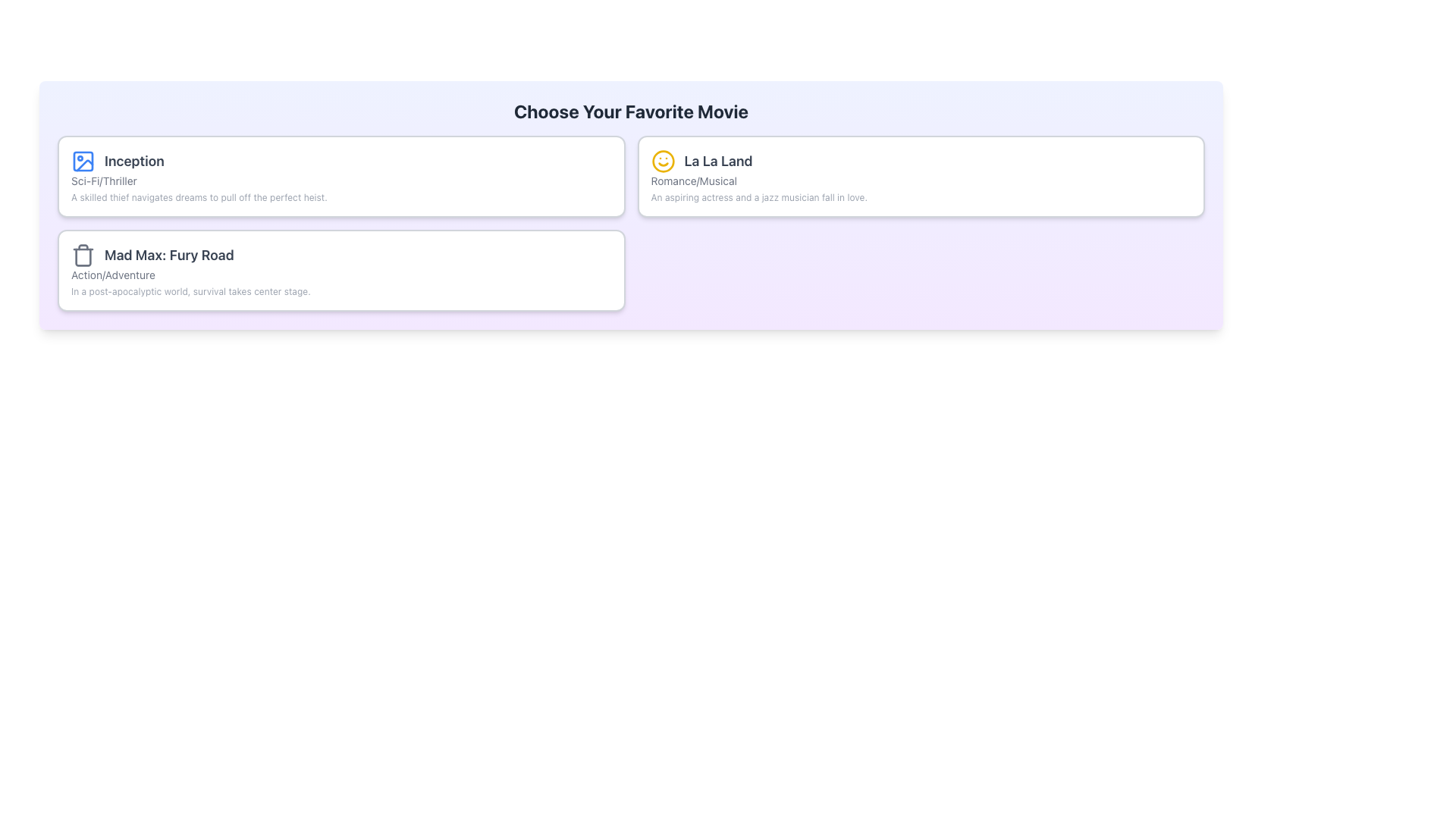 This screenshot has height=819, width=1456. I want to click on the text label that reads 'La La Land', which is styled bold and prominently displayed in the middle-right section of the card layout, so click(701, 161).